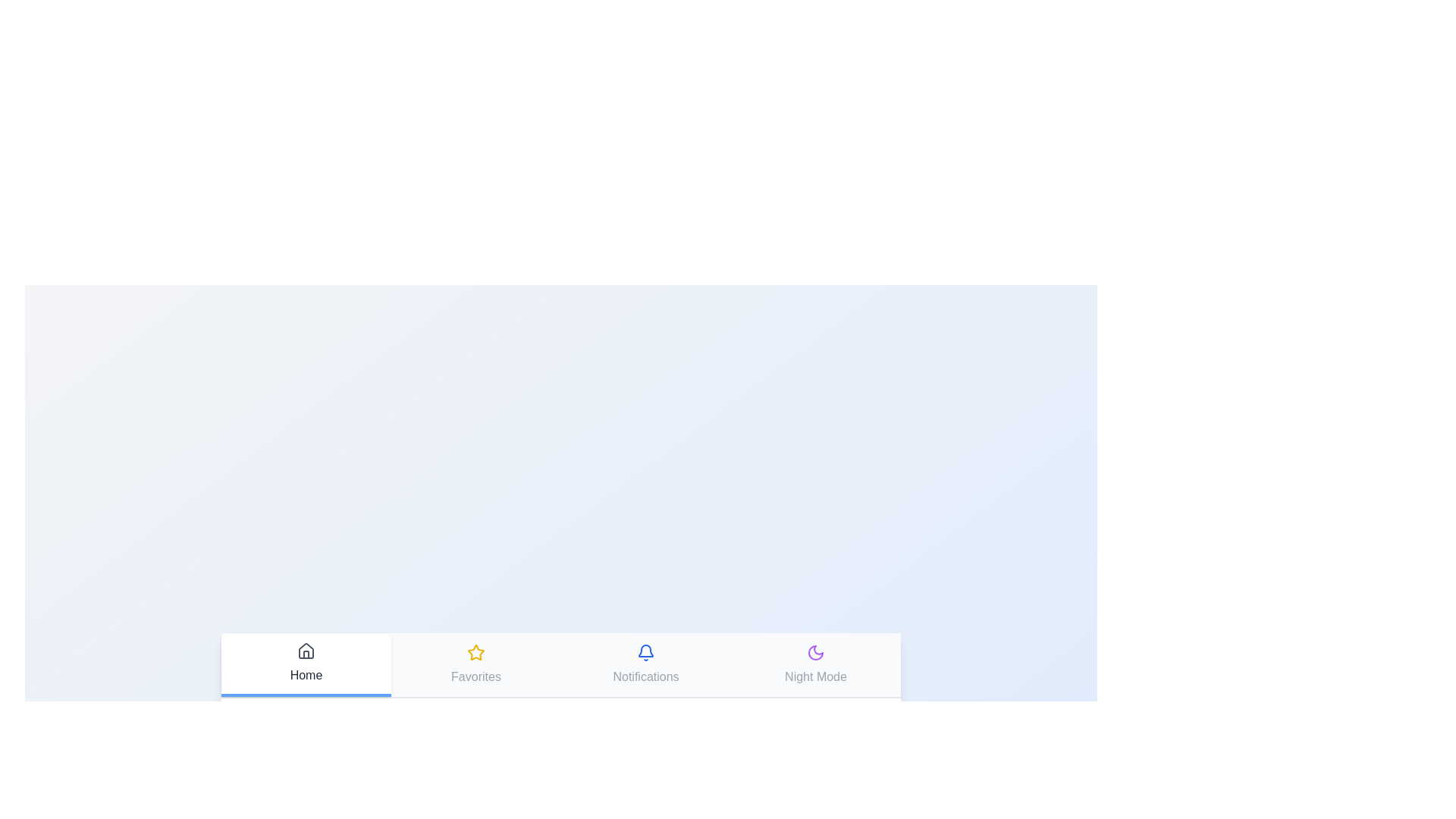 This screenshot has height=819, width=1456. I want to click on the tab labeled Night Mode, so click(814, 664).